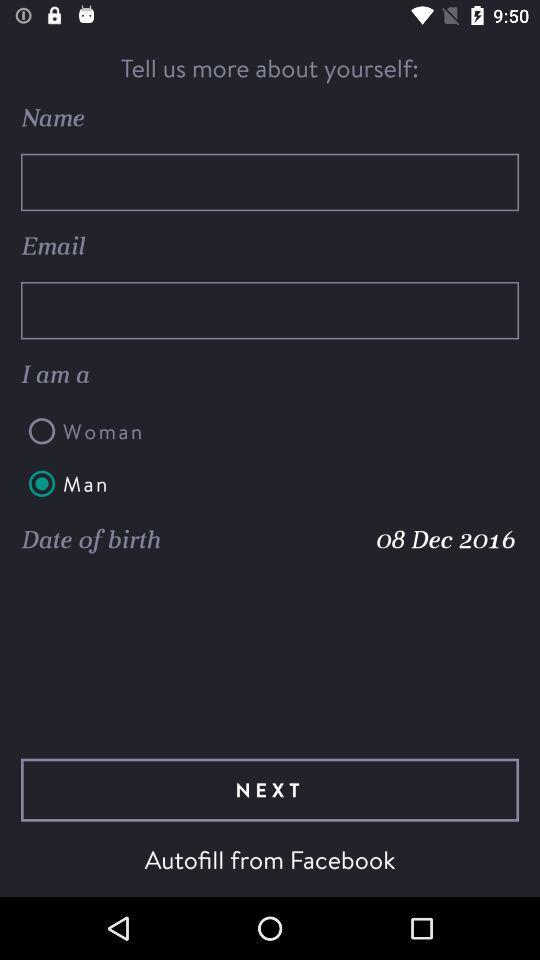 The height and width of the screenshot is (960, 540). Describe the element at coordinates (270, 310) in the screenshot. I see `the icon below email item` at that location.